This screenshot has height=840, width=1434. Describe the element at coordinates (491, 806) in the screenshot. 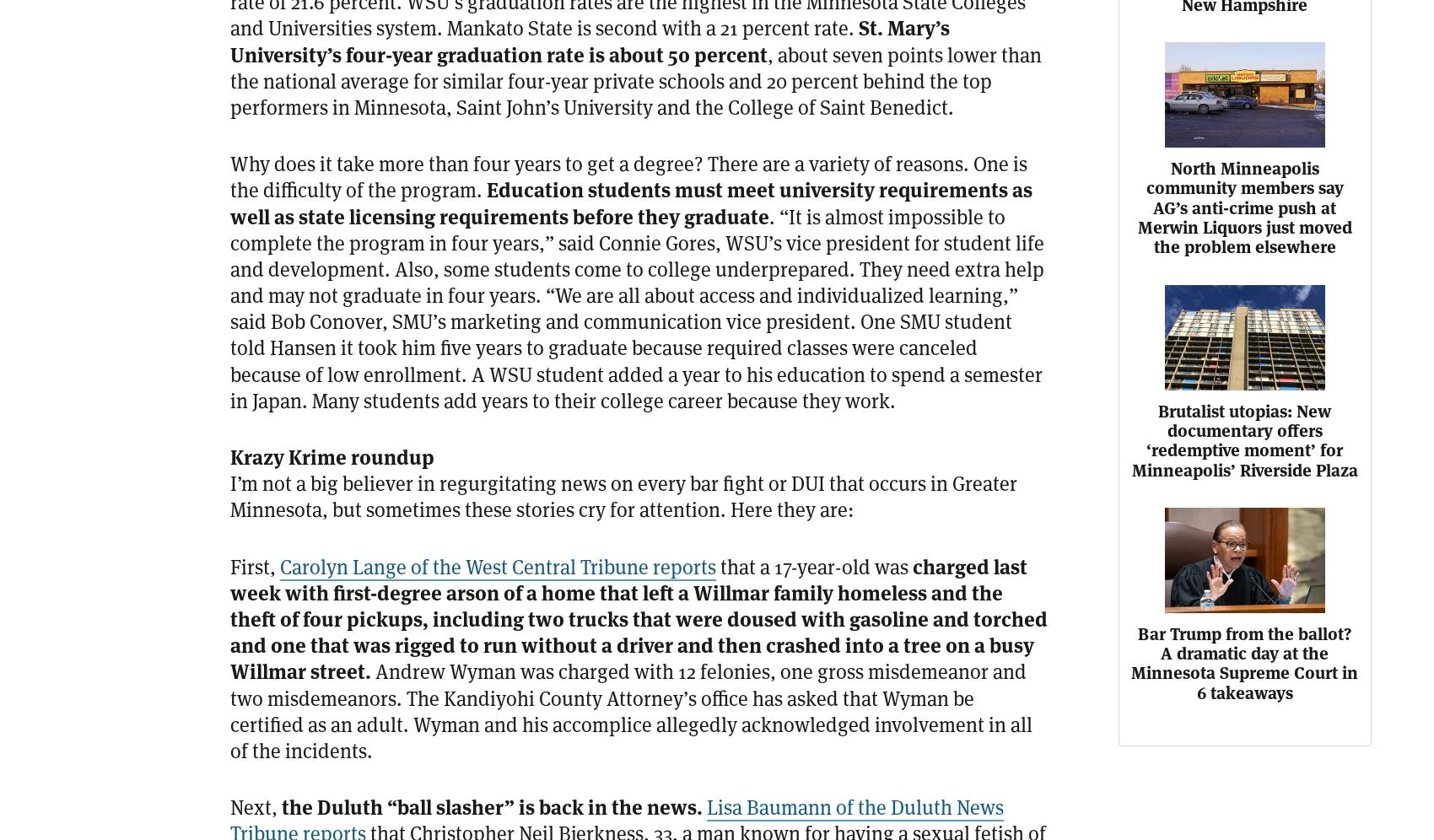

I see `'the Duluth “ball slasher” is back in the news.'` at that location.